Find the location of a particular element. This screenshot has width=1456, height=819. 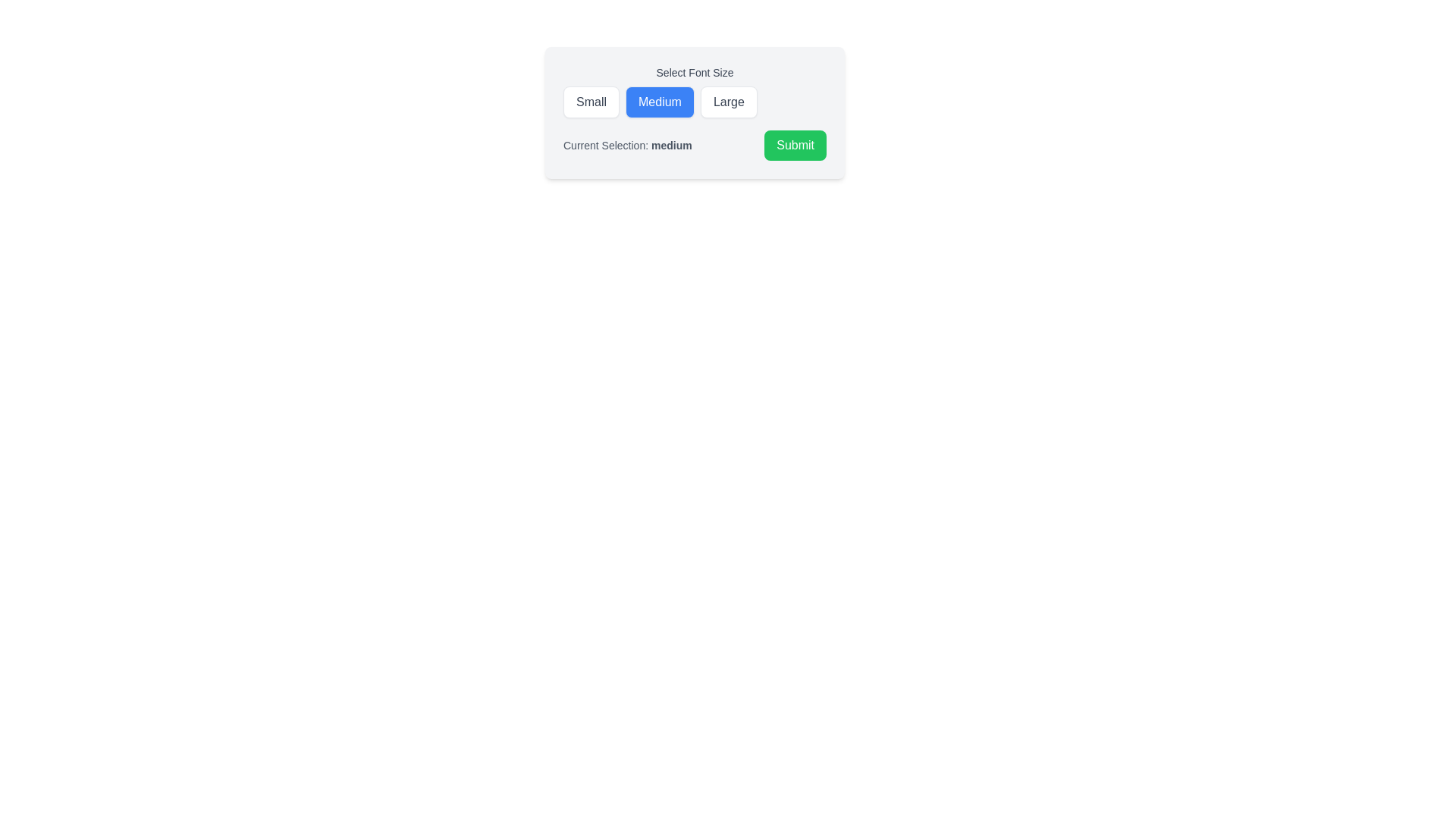

the text label that indicates the user's current selection, positioned below the font size selection buttons and to the left of the 'Submit' button is located at coordinates (670, 146).